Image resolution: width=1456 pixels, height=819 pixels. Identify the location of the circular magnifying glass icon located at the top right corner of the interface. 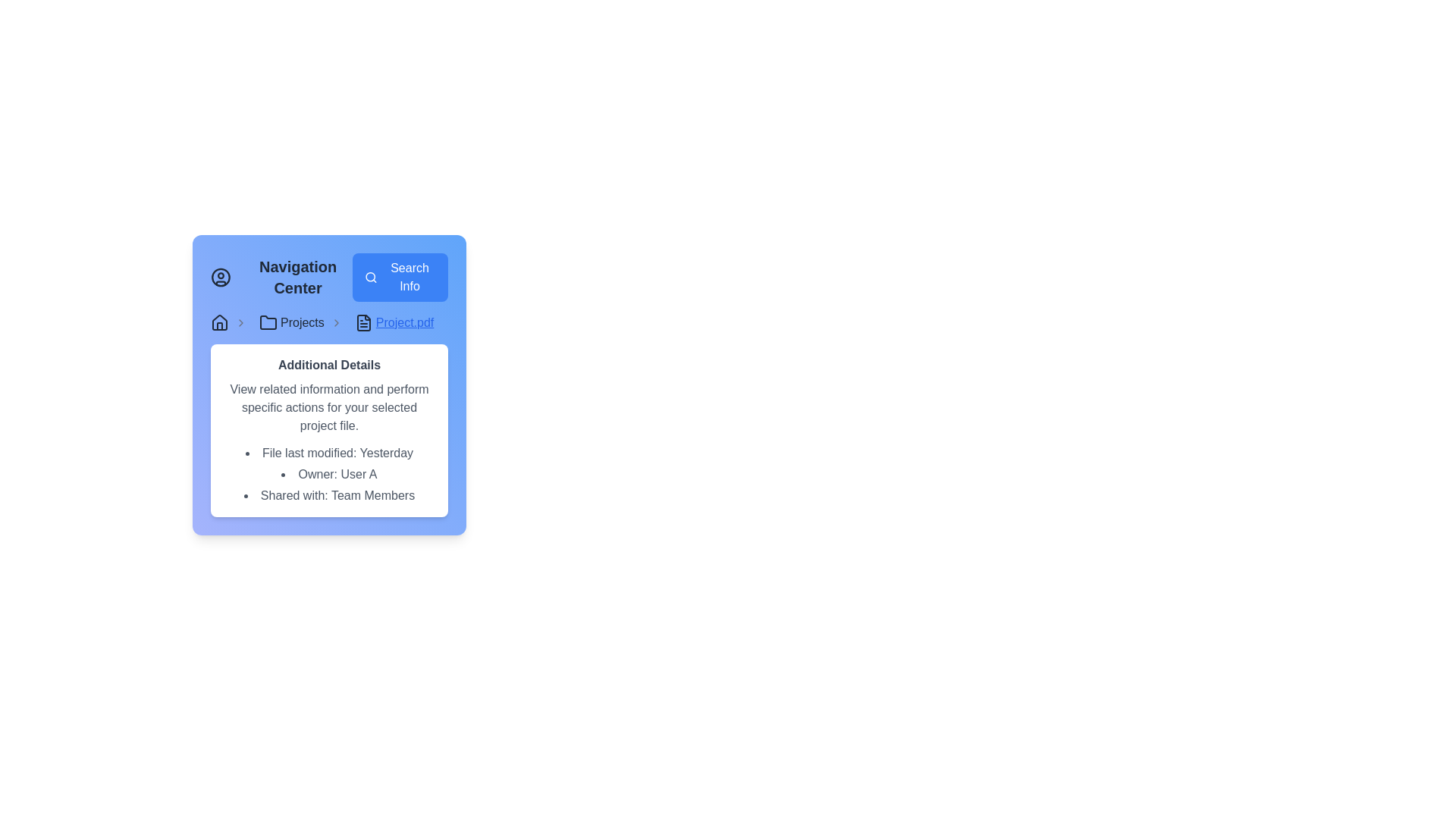
(370, 277).